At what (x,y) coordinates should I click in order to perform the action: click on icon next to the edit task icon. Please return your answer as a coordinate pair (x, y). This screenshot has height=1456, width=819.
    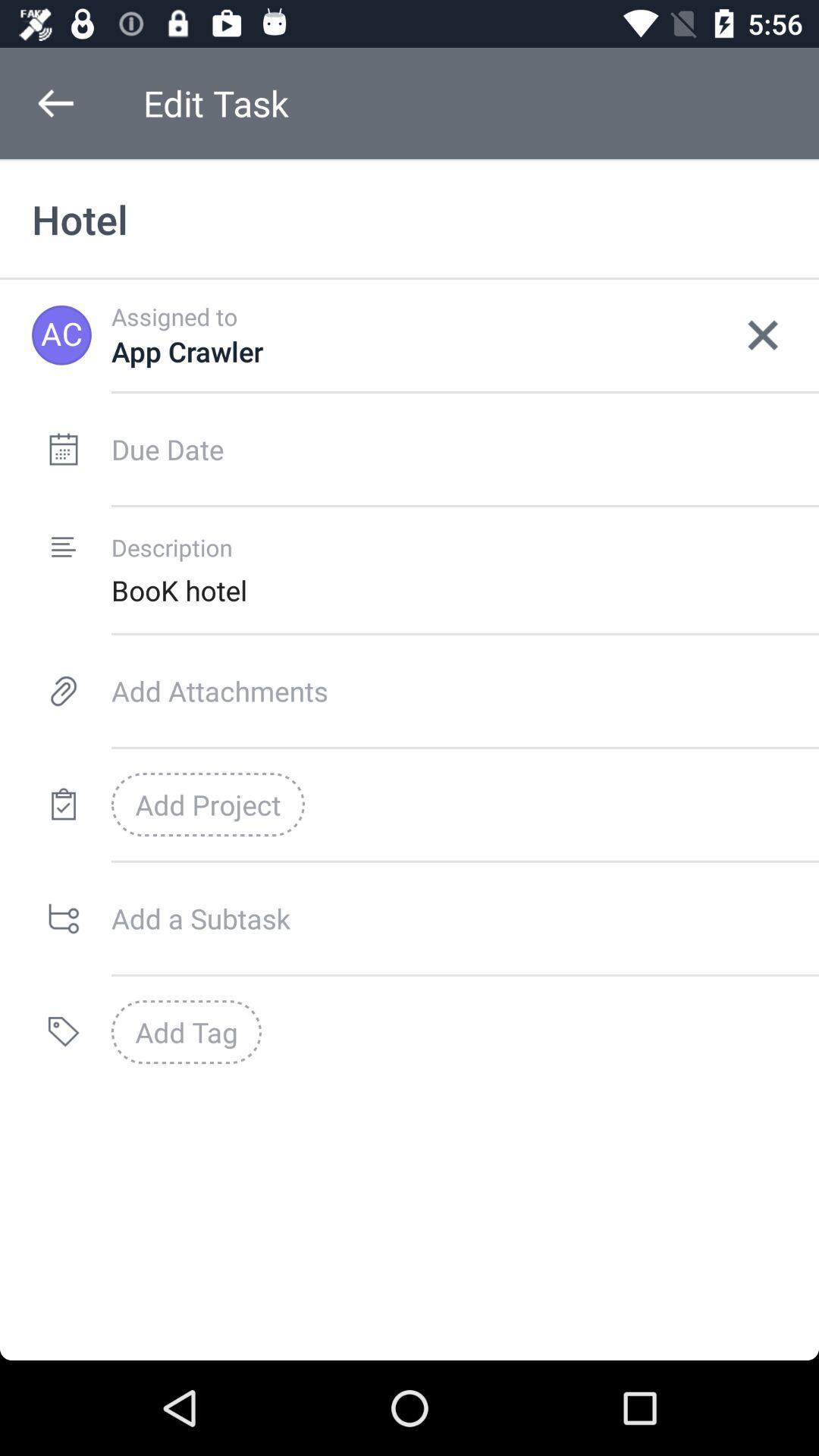
    Looking at the image, I should click on (55, 102).